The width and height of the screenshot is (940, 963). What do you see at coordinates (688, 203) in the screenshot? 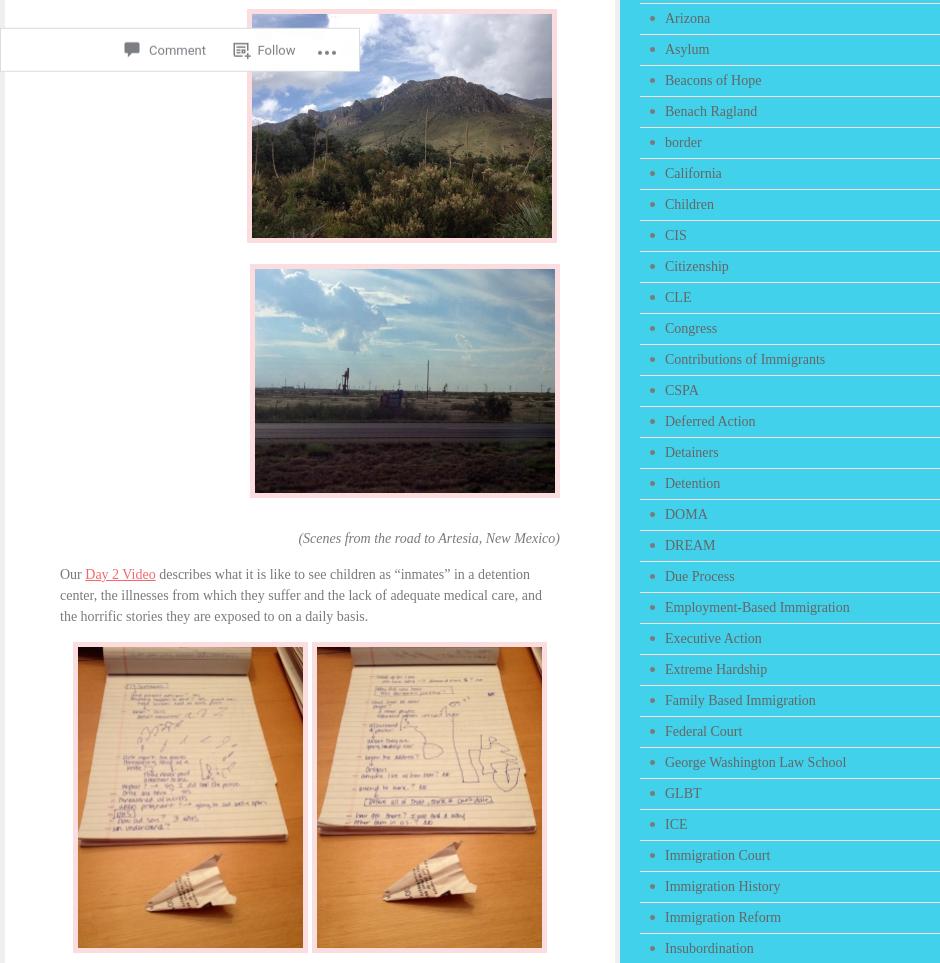
I see `'Children'` at bounding box center [688, 203].